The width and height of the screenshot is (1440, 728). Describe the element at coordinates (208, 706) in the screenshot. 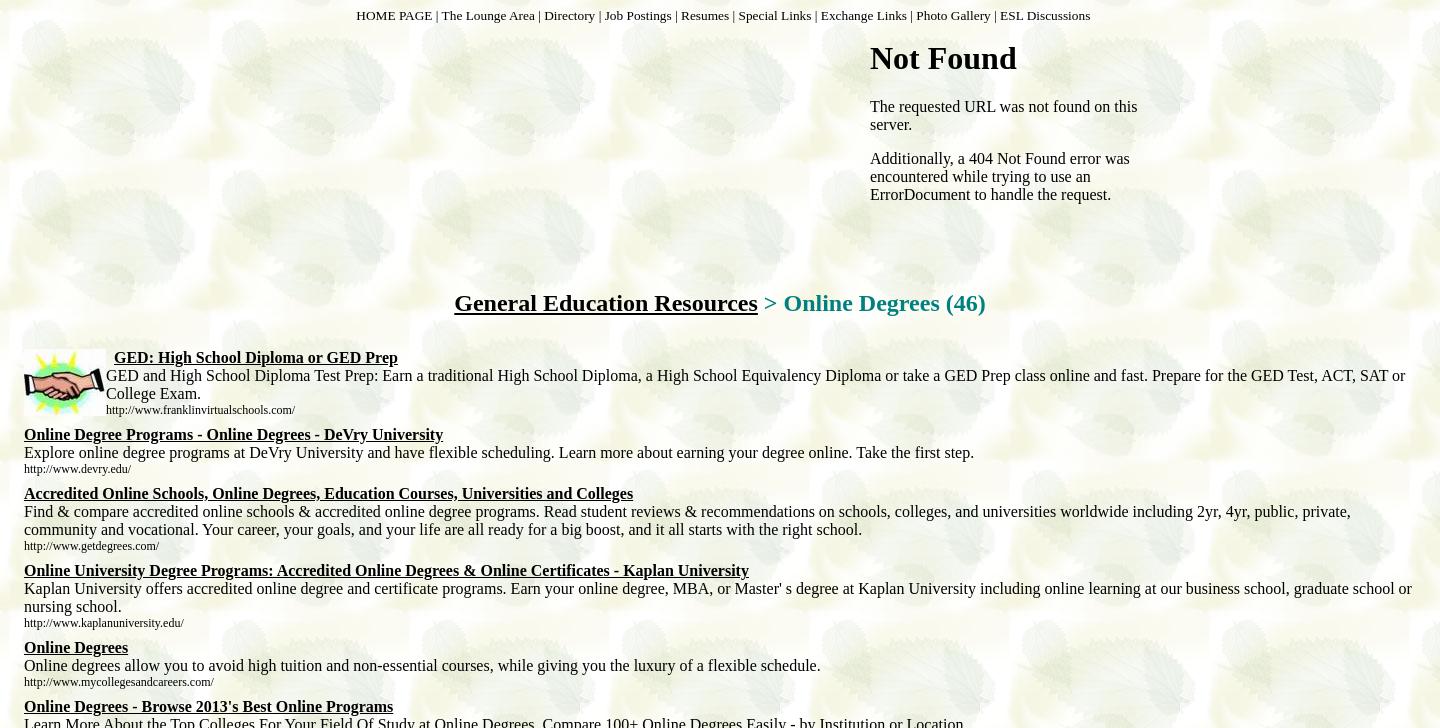

I see `'Online Degrees - Browse 2013's Best Online Programs'` at that location.